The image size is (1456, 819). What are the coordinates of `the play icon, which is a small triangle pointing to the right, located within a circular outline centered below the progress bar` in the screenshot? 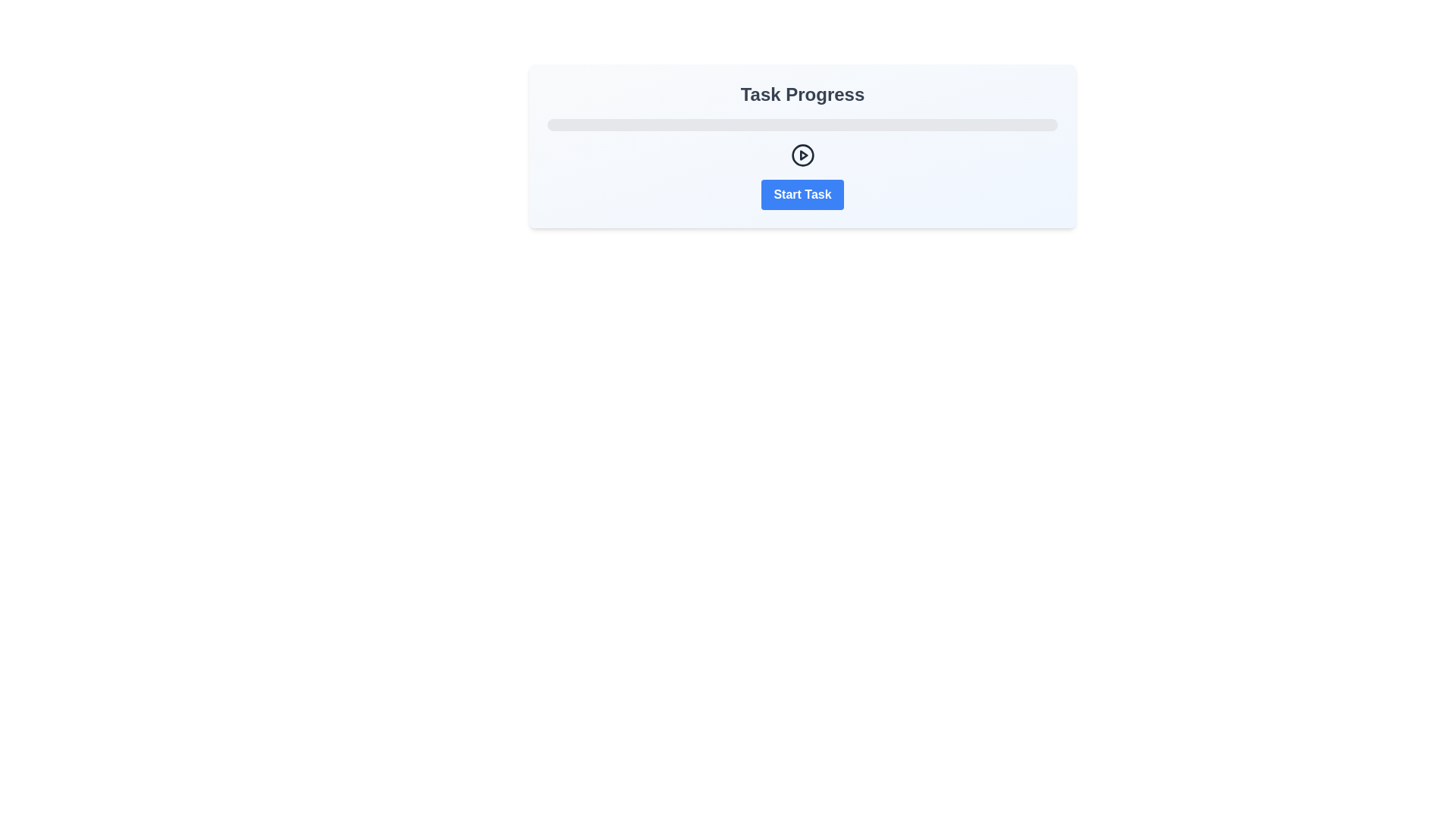 It's located at (802, 155).